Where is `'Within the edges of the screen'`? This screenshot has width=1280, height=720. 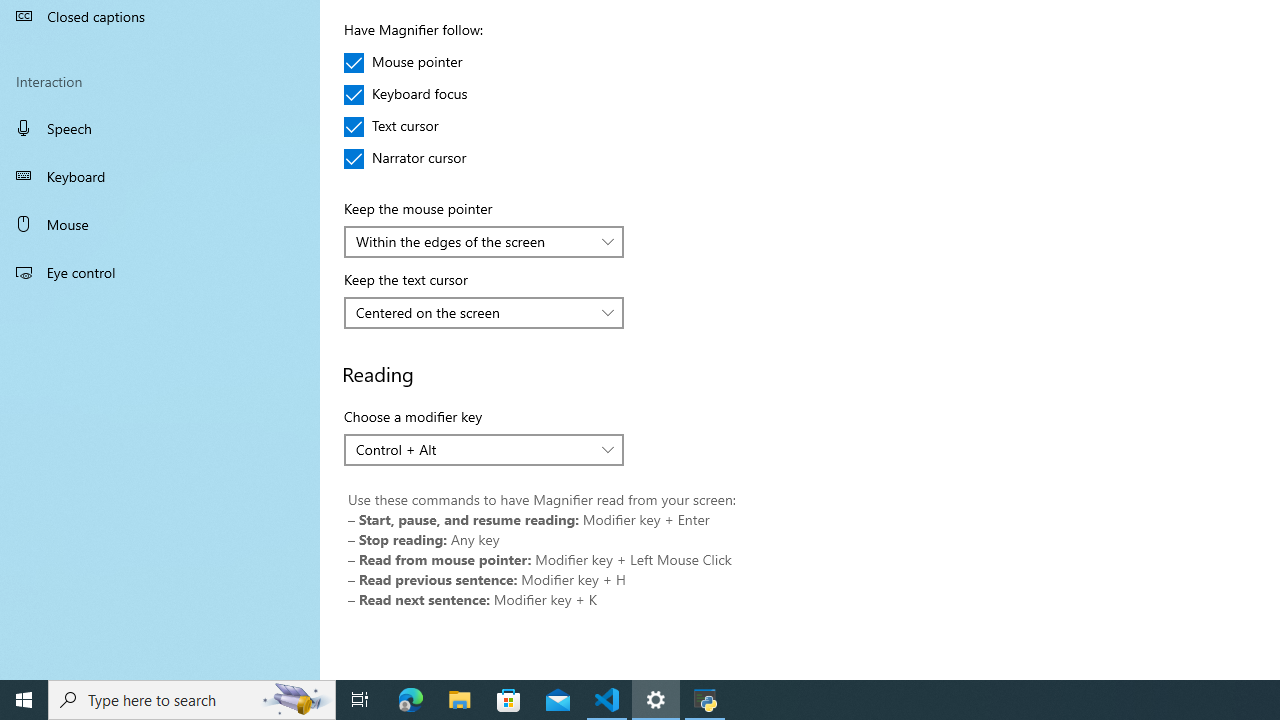
'Within the edges of the screen' is located at coordinates (472, 240).